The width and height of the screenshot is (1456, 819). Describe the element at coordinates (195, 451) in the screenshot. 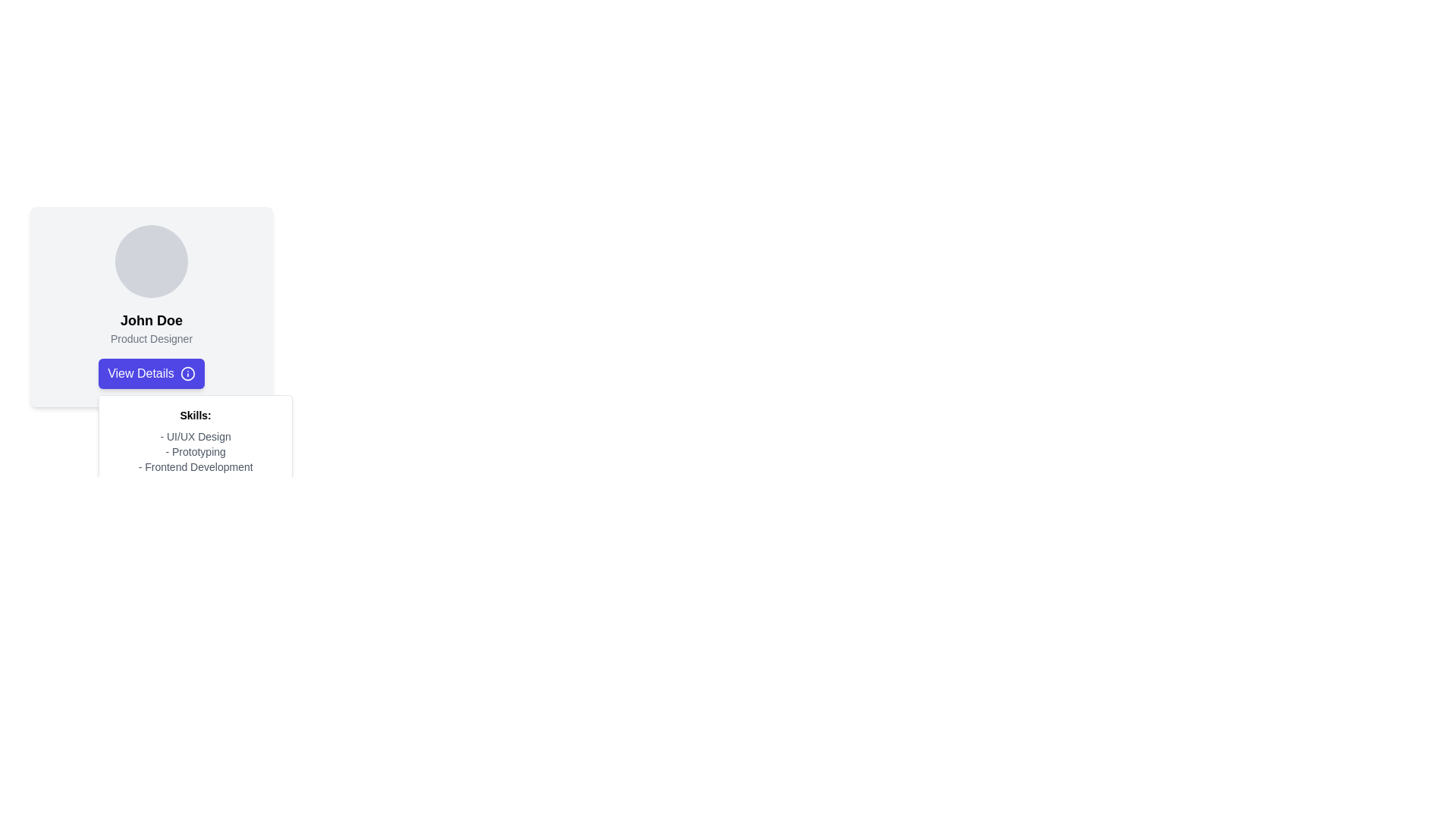

I see `the informational text label representing the skill 'Prototyping', which is the second item in a vertically stacked list of skills` at that location.